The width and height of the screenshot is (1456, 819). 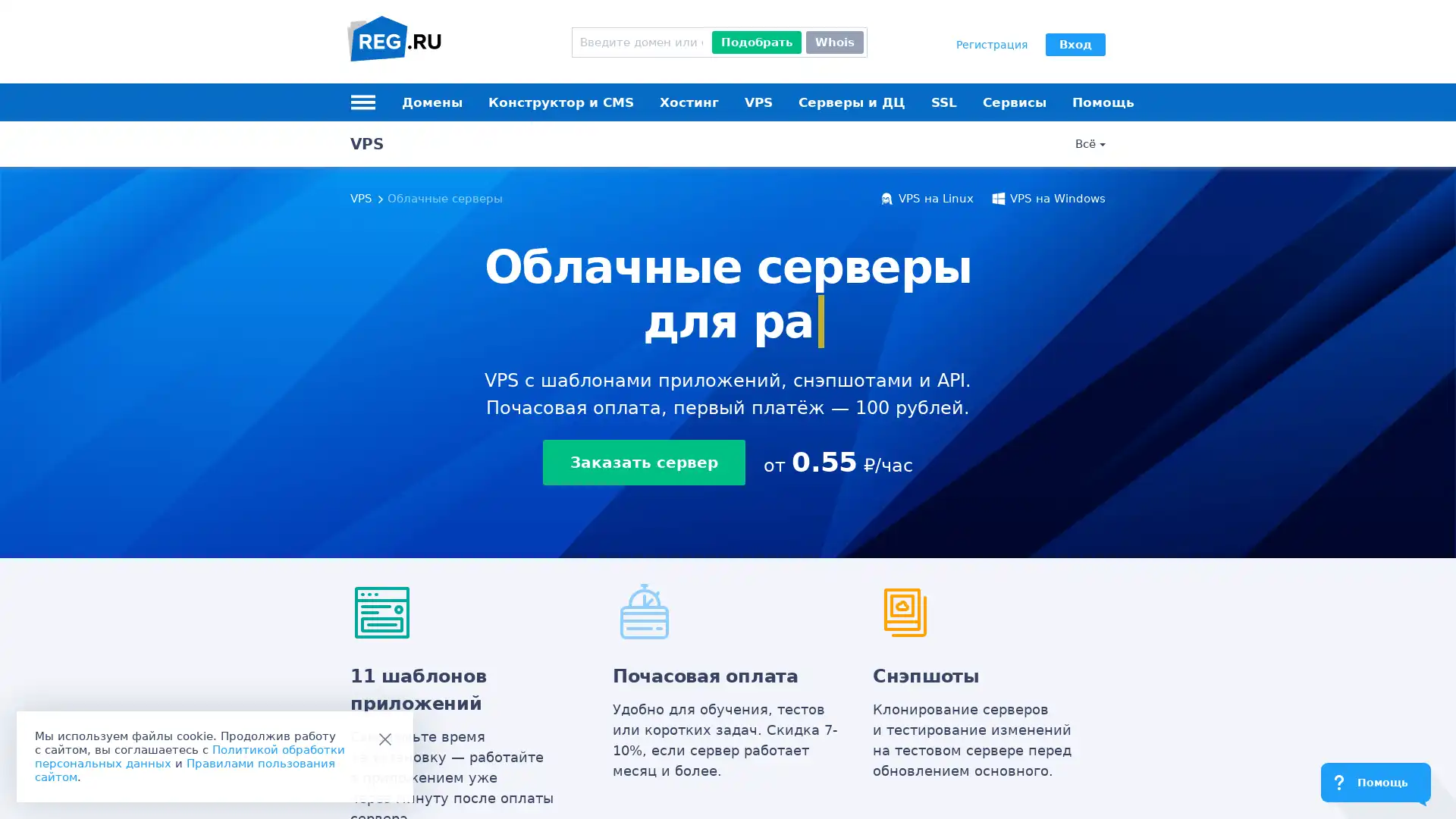 I want to click on Whois, so click(x=833, y=42).